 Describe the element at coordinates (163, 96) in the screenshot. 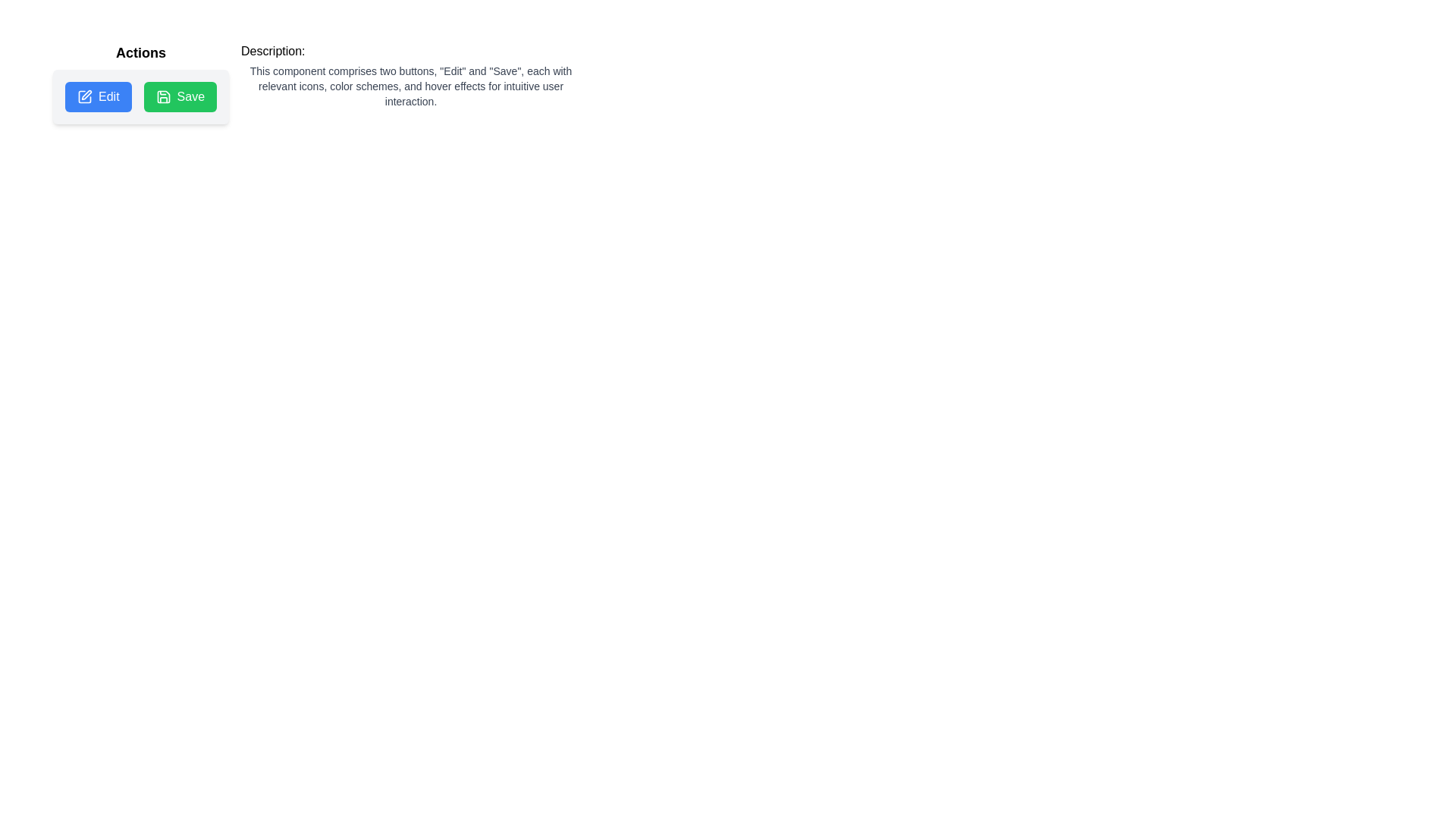

I see `the save button represented by a floppy disk icon with a green background and white stroke outline, located as the second button in the horizontal action section` at that location.